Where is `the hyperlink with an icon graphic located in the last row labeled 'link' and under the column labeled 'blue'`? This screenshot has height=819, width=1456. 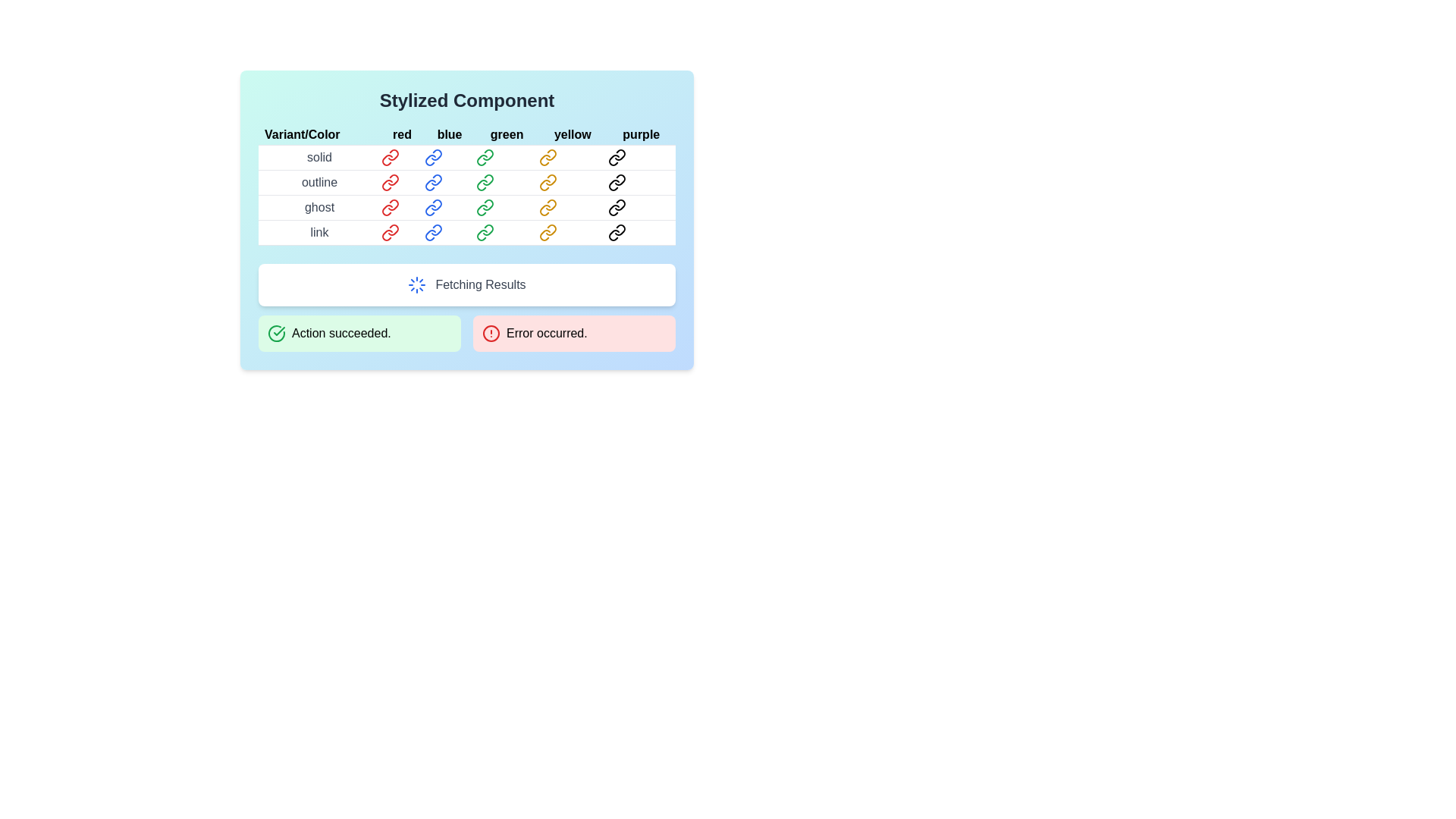
the hyperlink with an icon graphic located in the last row labeled 'link' and under the column labeled 'blue' is located at coordinates (432, 233).